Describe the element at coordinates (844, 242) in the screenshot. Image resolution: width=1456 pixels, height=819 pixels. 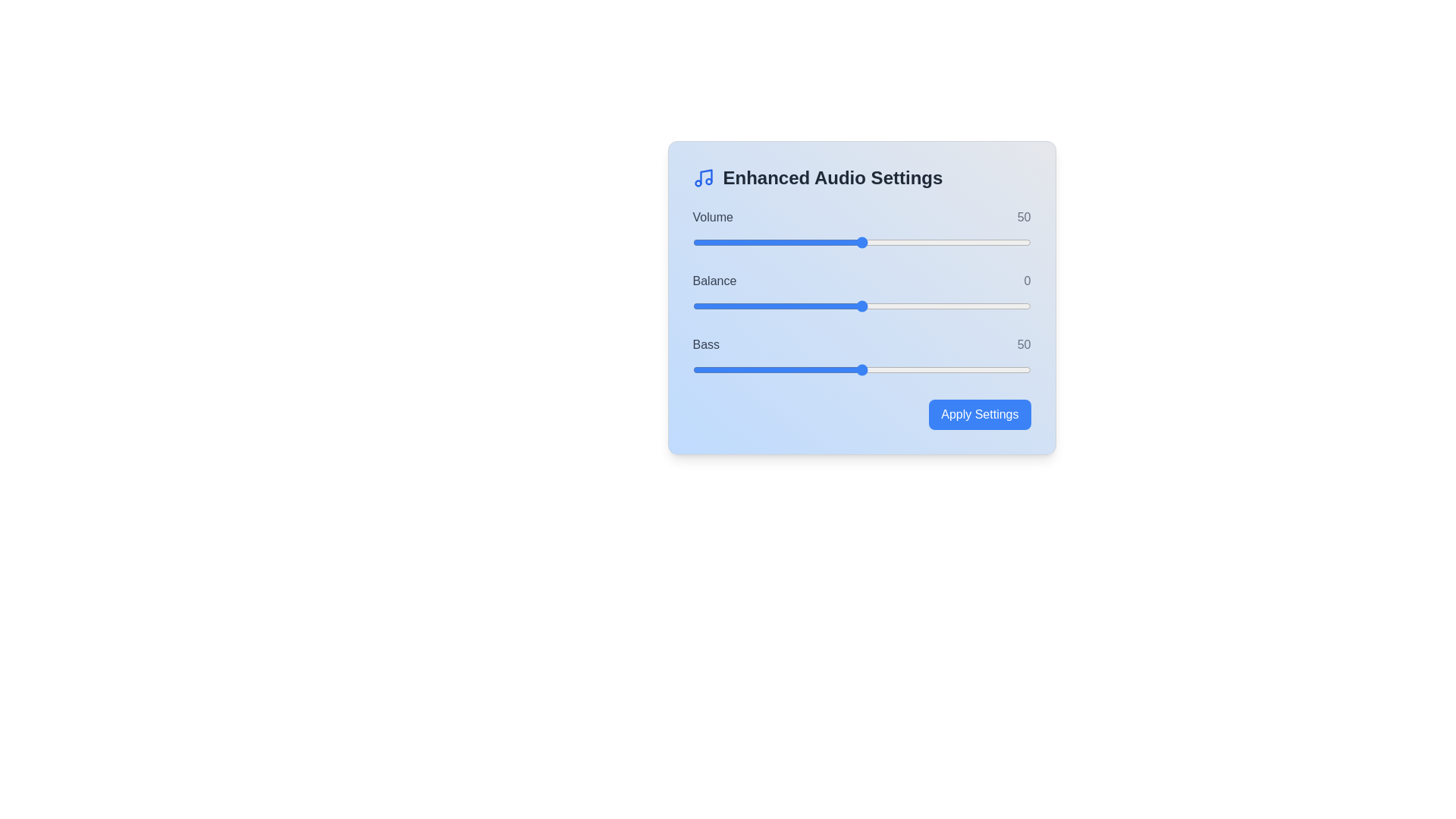
I see `the volume slider to 45 percent` at that location.